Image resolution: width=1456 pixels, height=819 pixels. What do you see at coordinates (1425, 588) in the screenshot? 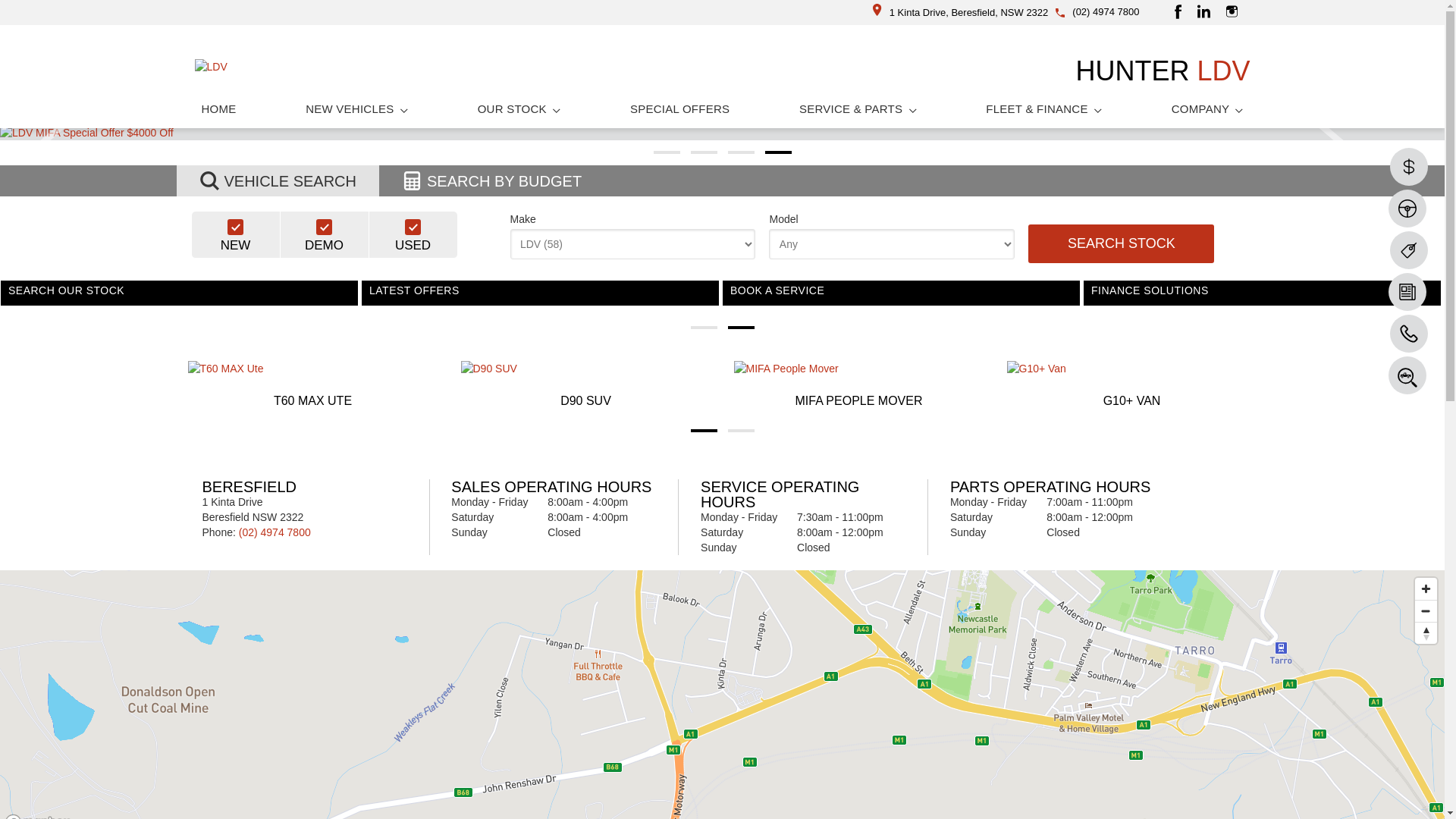
I see `'Zoom in'` at bounding box center [1425, 588].